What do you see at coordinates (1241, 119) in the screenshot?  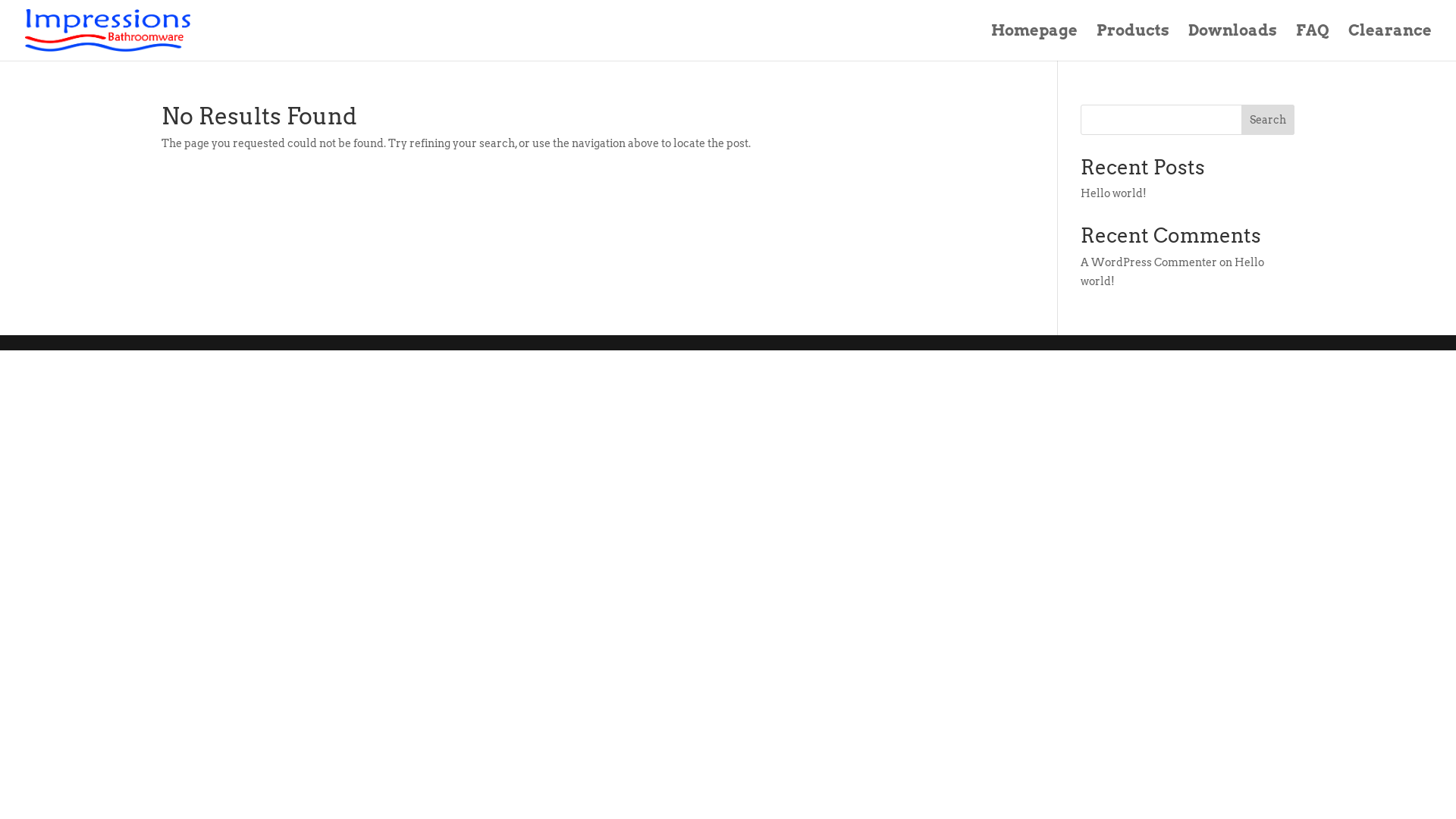 I see `'Search'` at bounding box center [1241, 119].